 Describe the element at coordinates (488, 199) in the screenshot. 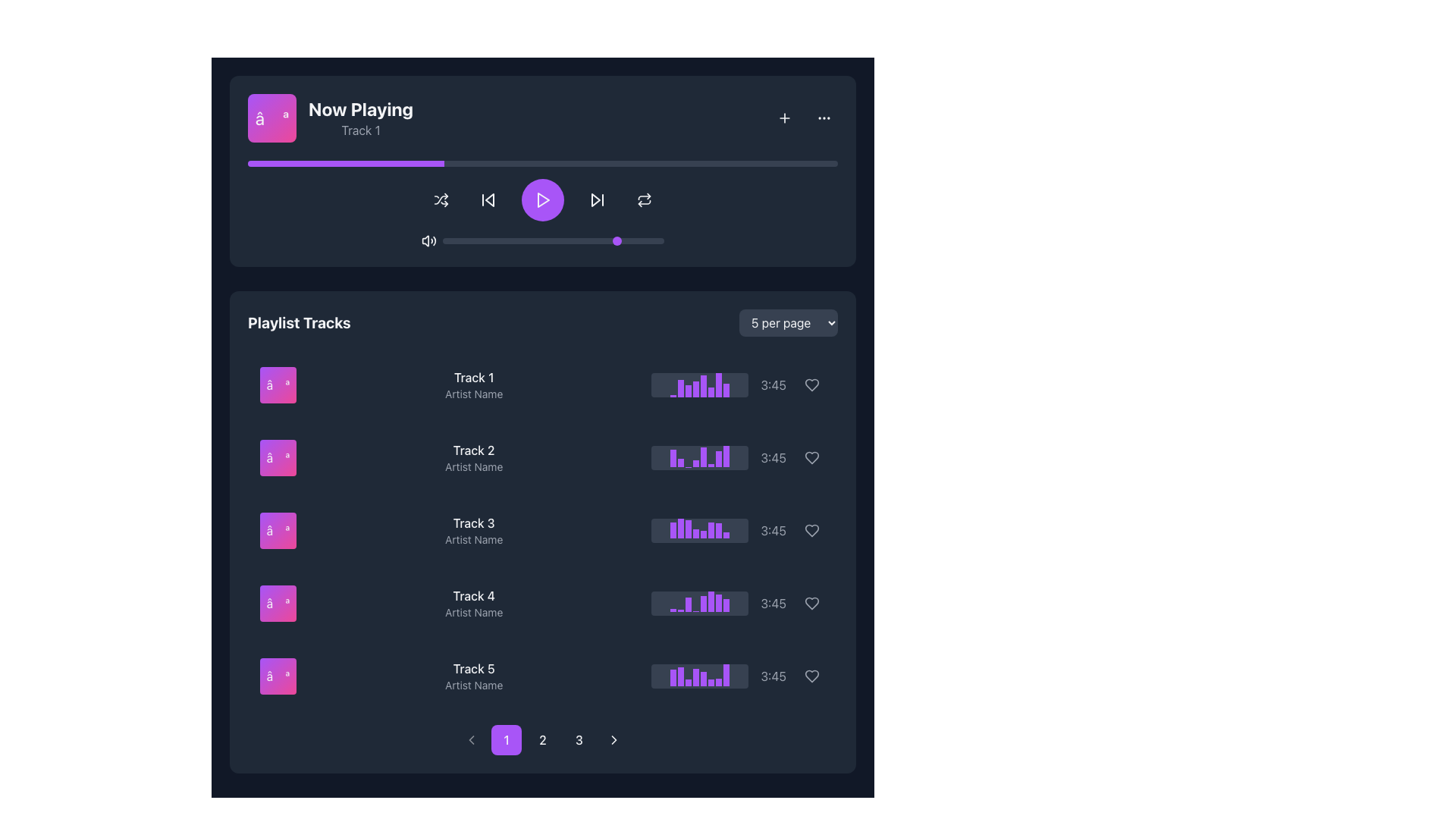

I see `the skip back button located in the media playback section to trigger a tooltip or effect` at that location.